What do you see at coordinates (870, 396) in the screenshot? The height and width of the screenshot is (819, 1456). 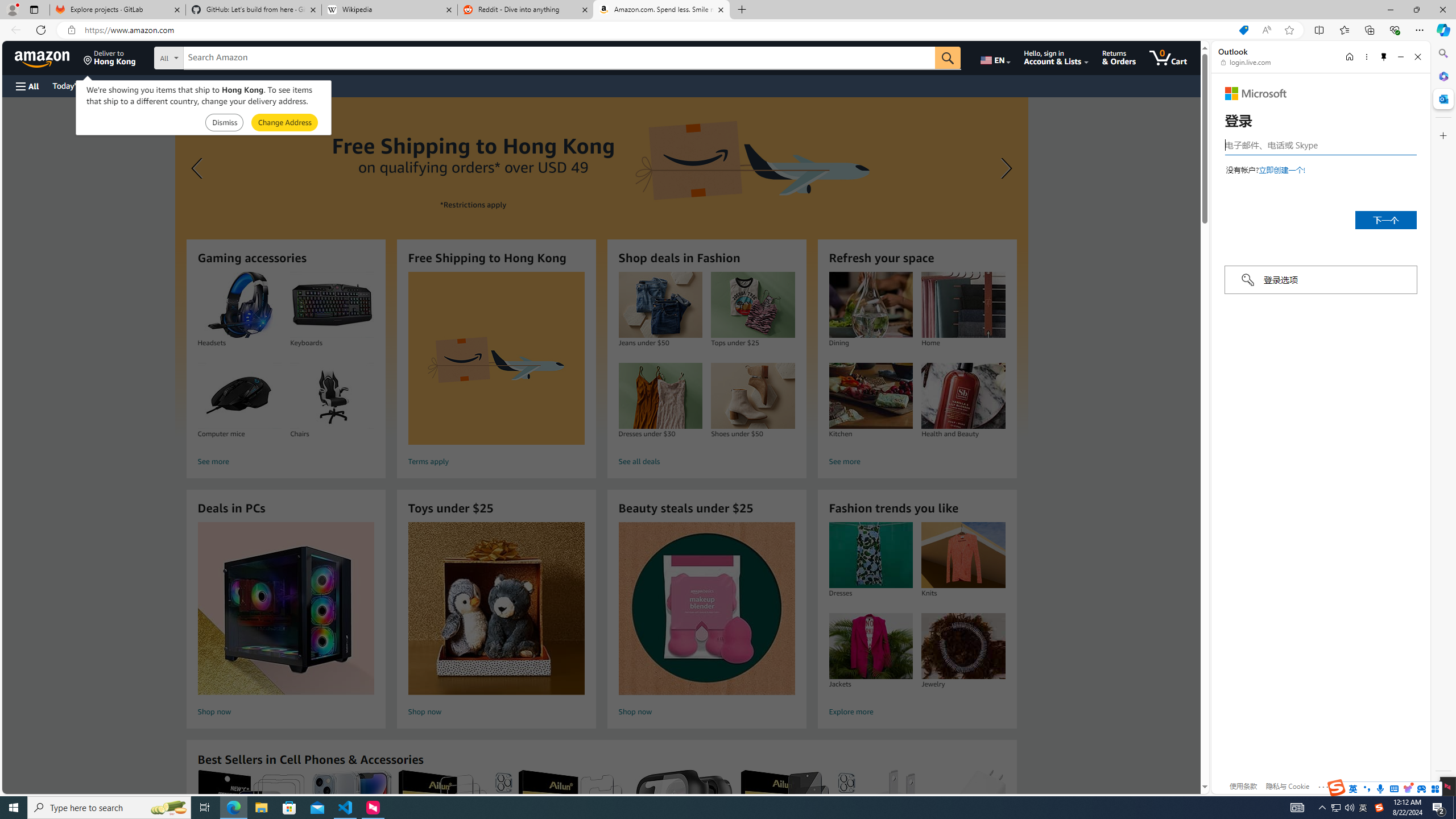 I see `'Kitchen'` at bounding box center [870, 396].